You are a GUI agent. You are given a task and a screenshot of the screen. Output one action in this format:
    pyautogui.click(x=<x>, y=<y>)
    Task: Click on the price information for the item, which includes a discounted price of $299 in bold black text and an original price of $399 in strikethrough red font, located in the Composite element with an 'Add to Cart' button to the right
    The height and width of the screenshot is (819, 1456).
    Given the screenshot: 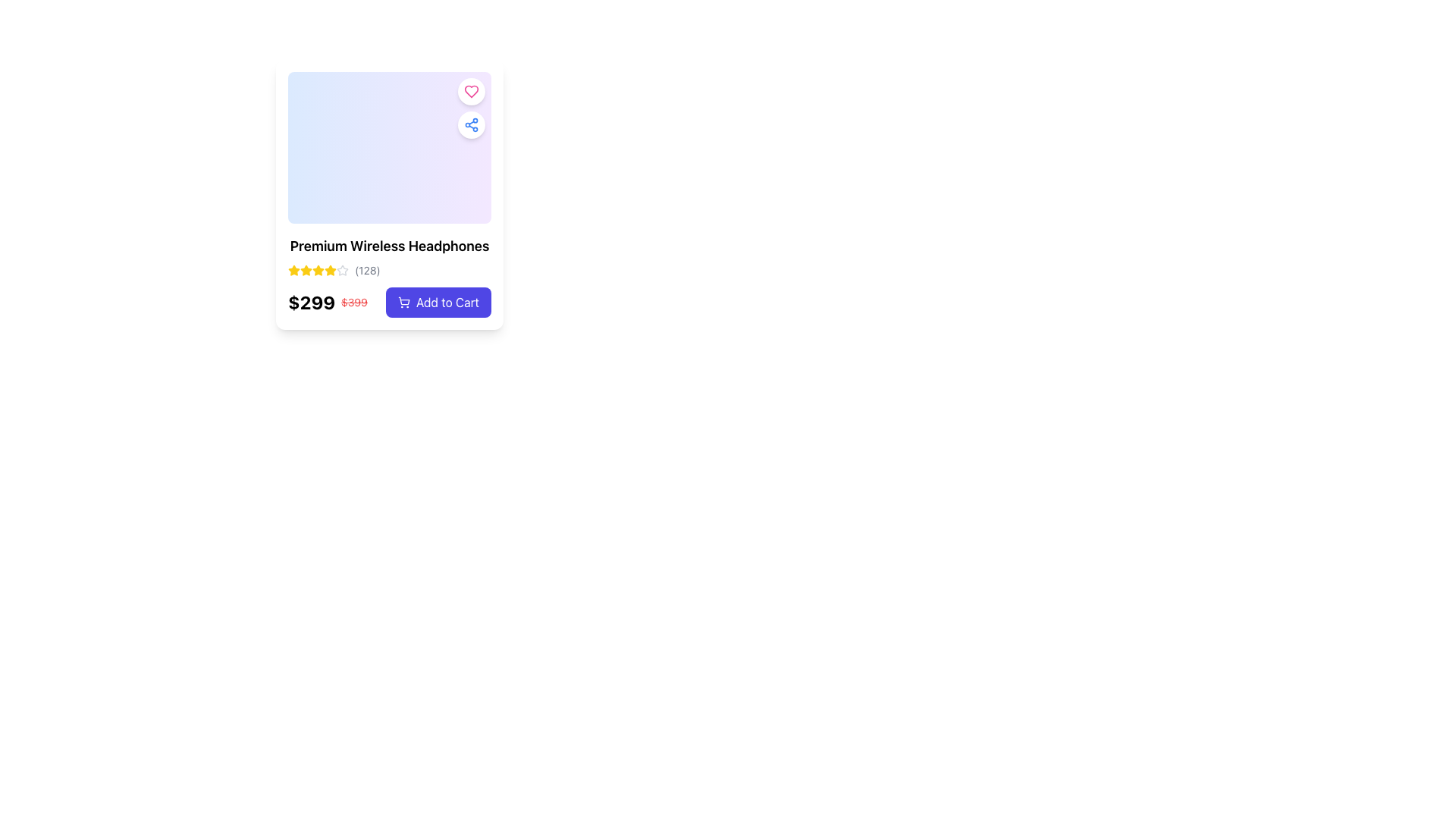 What is the action you would take?
    pyautogui.click(x=389, y=302)
    